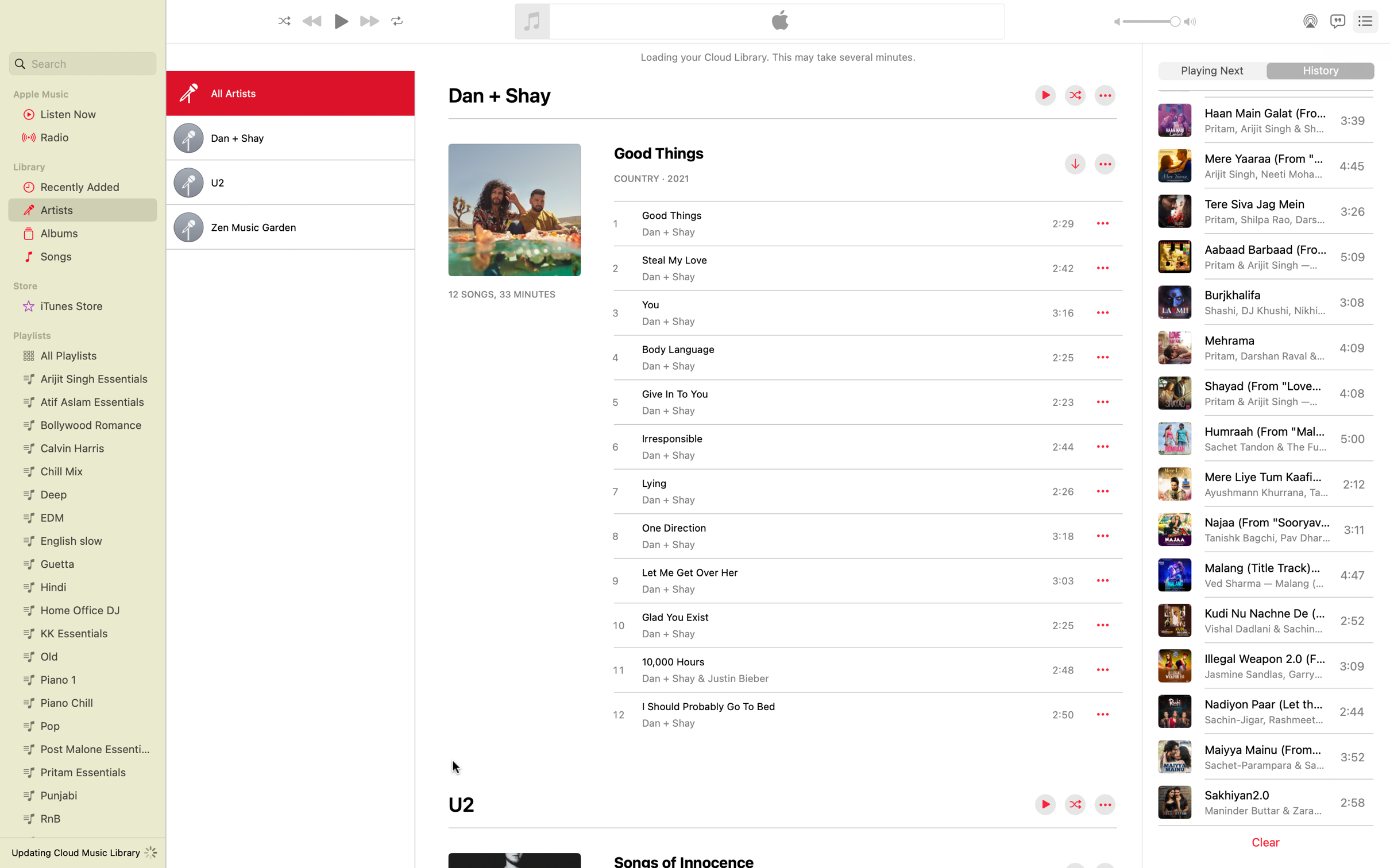  What do you see at coordinates (1101, 313) in the screenshot?
I see `the more options menu for the song "You` at bounding box center [1101, 313].